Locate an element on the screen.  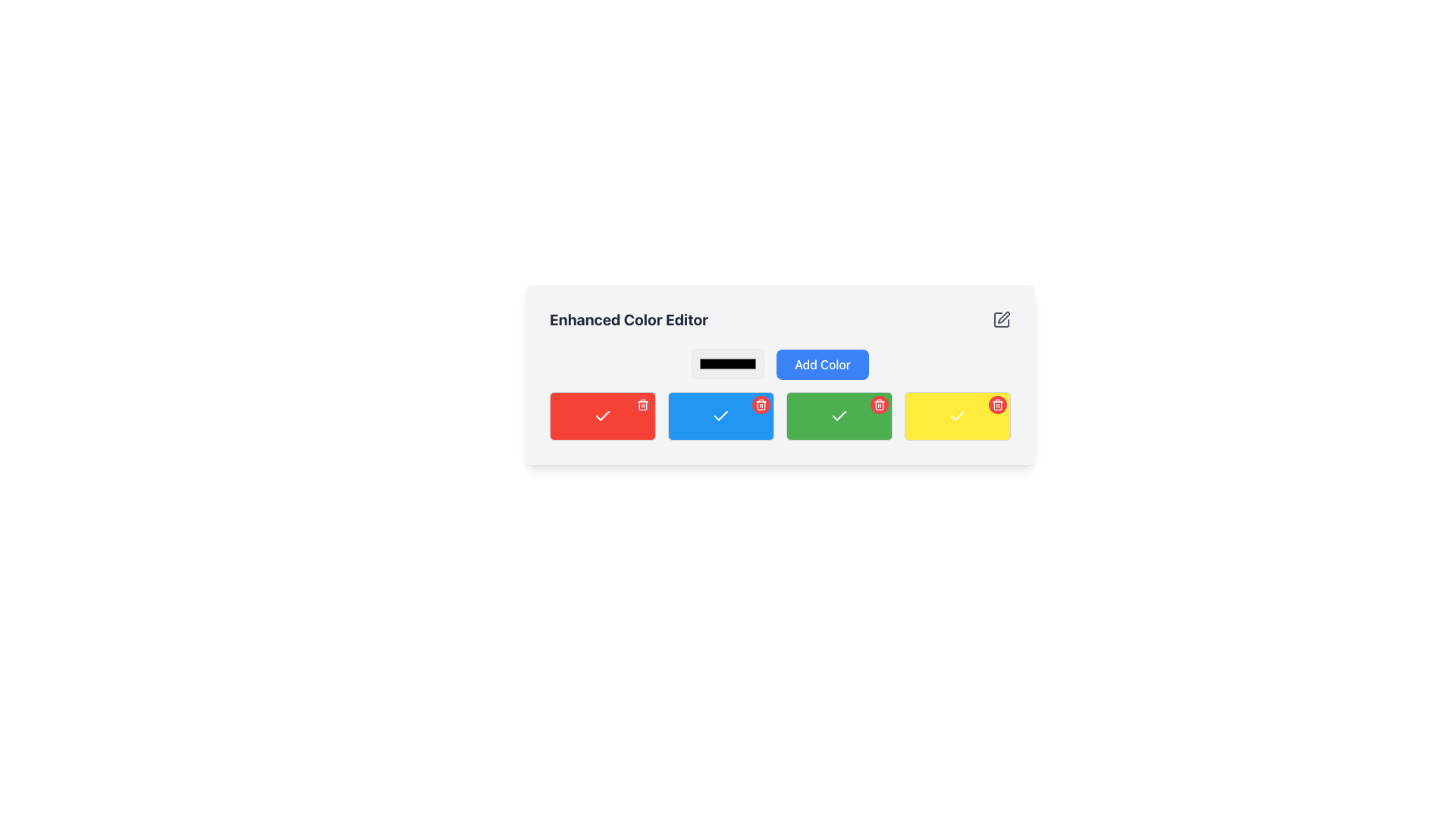
the circular red button with a white trash can icon is located at coordinates (761, 403).